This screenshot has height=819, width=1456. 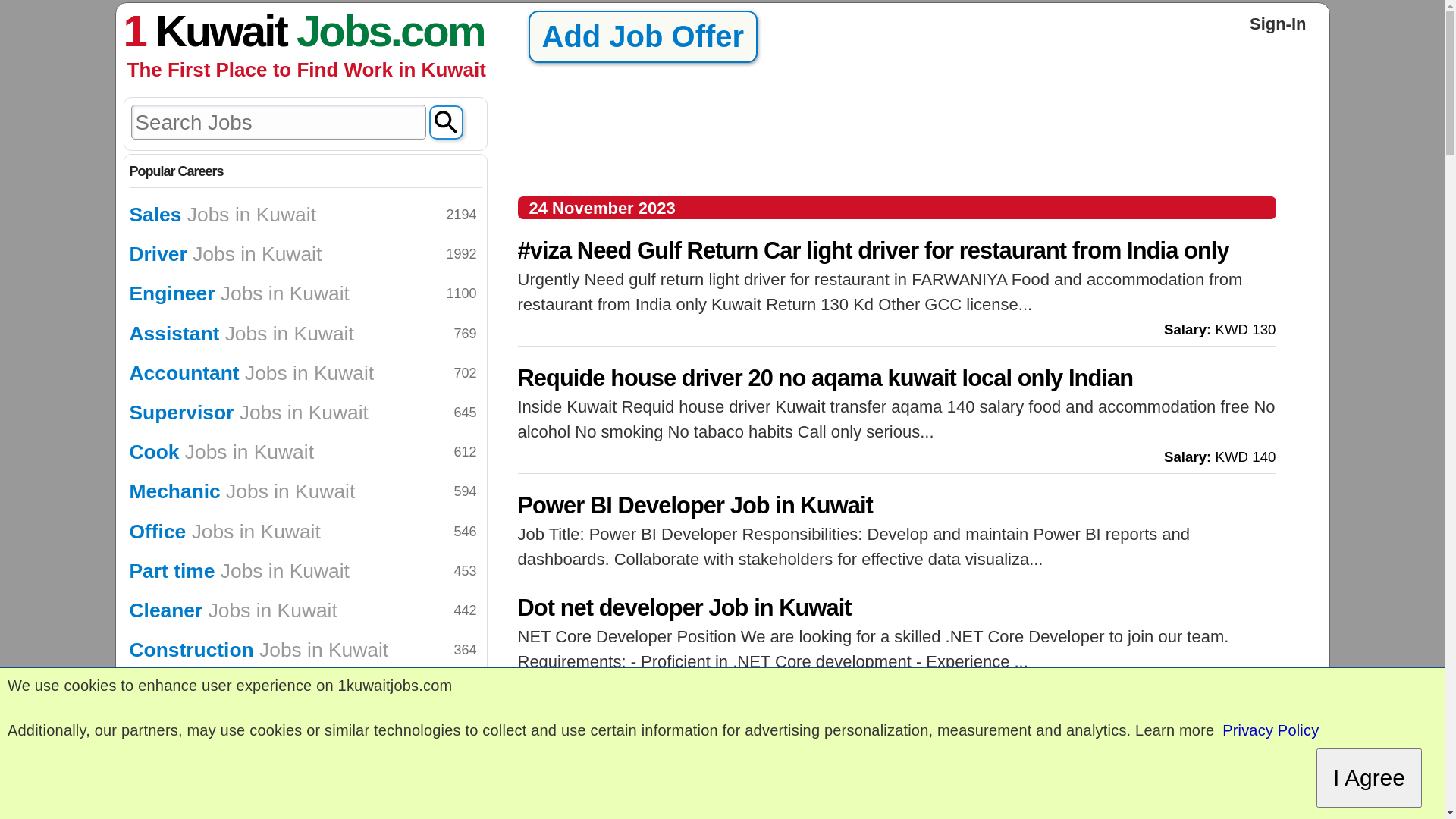 I want to click on 'Add Job Offer', so click(x=642, y=36).